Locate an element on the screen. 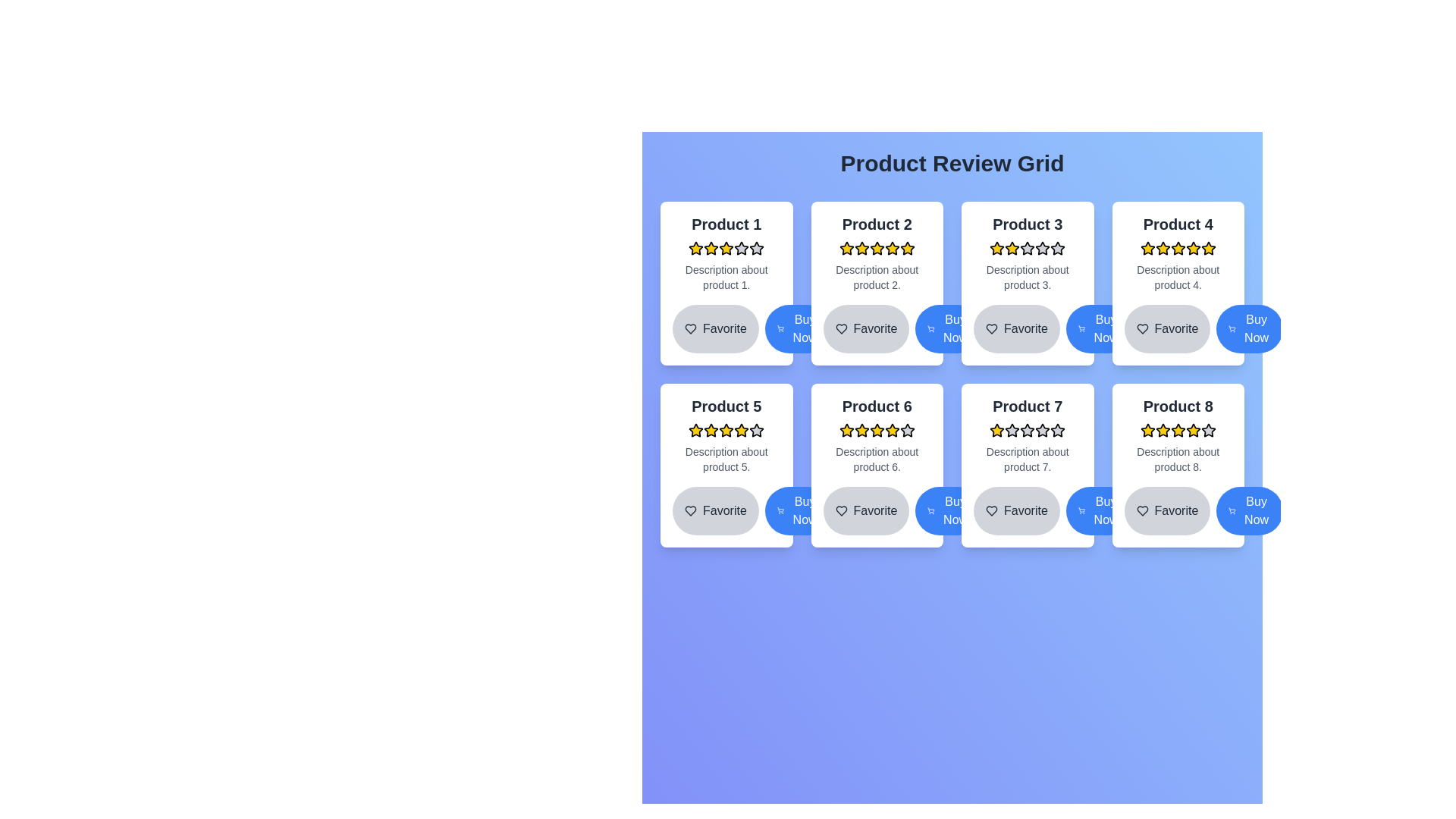  the 'Purchase' button located at the bottom right of the card for 'Product 3', which is the second button to the right of the 'Favorite' button, to initiate a purchase is located at coordinates (1099, 328).